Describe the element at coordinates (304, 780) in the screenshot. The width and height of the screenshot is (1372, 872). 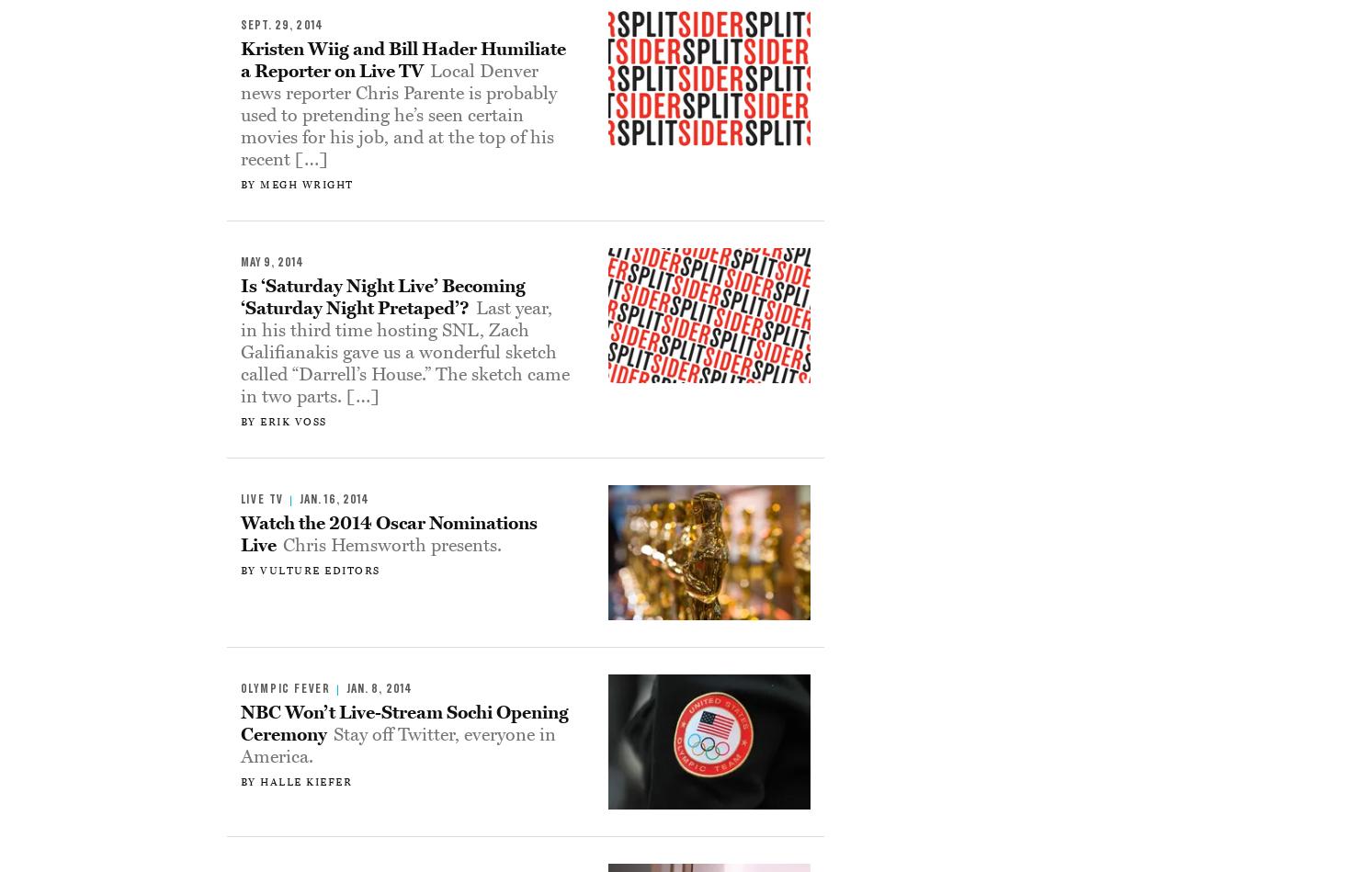
I see `'Halle Kiefer'` at that location.